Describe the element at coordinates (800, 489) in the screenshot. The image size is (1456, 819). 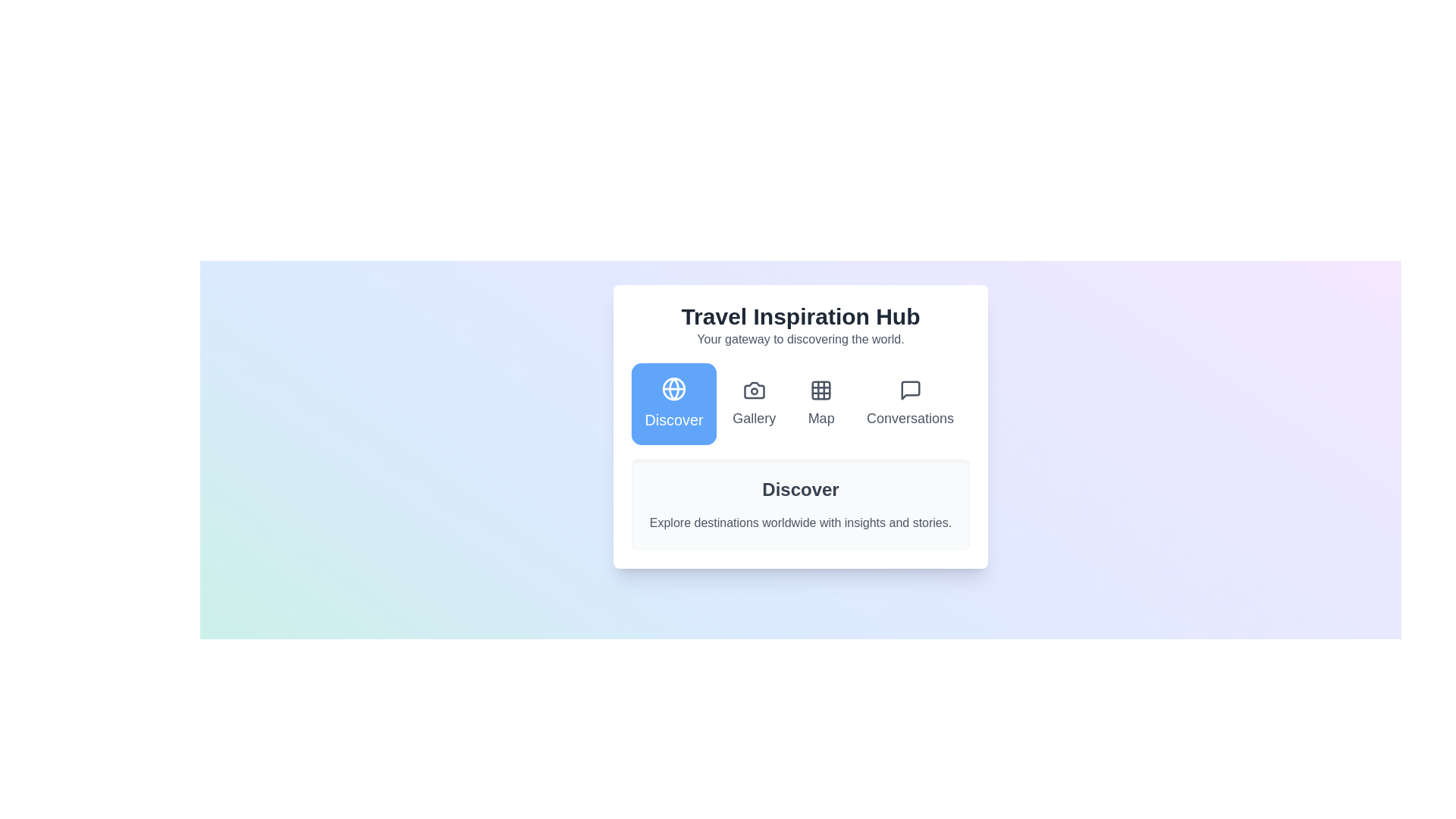
I see `text from the 'Discover' text label, which is displayed in a large, bold font with gray color on a light-gray background` at that location.